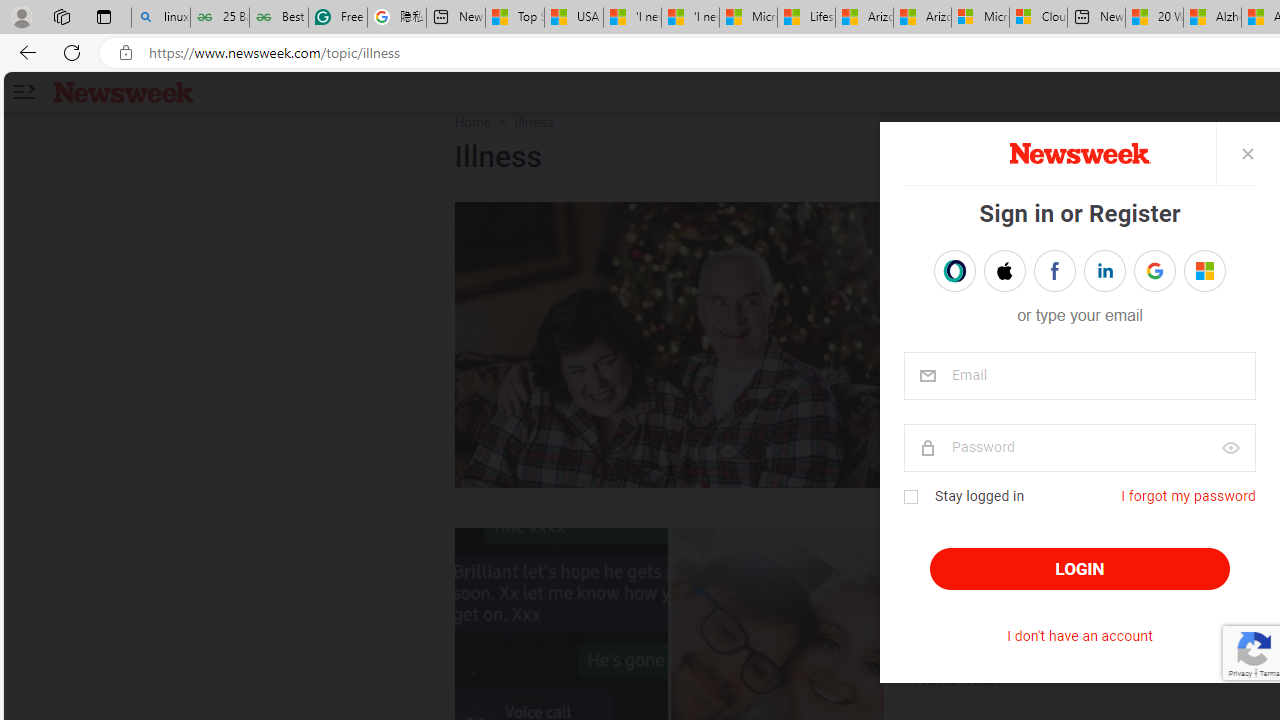 The image size is (1280, 720). What do you see at coordinates (1053, 271) in the screenshot?
I see `'Sign in with FACEBOOK'` at bounding box center [1053, 271].